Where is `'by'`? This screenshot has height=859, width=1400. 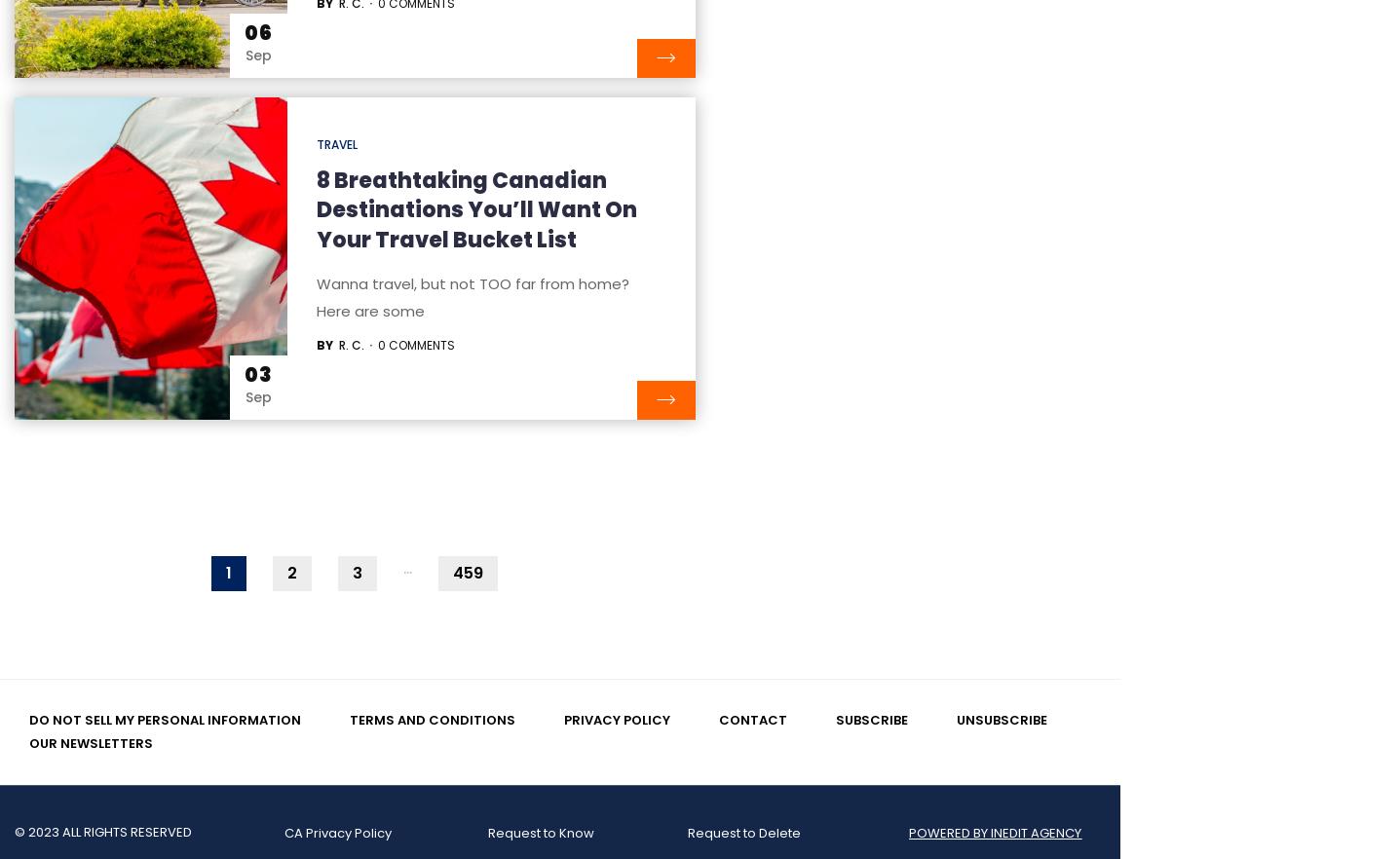 'by' is located at coordinates (322, 343).